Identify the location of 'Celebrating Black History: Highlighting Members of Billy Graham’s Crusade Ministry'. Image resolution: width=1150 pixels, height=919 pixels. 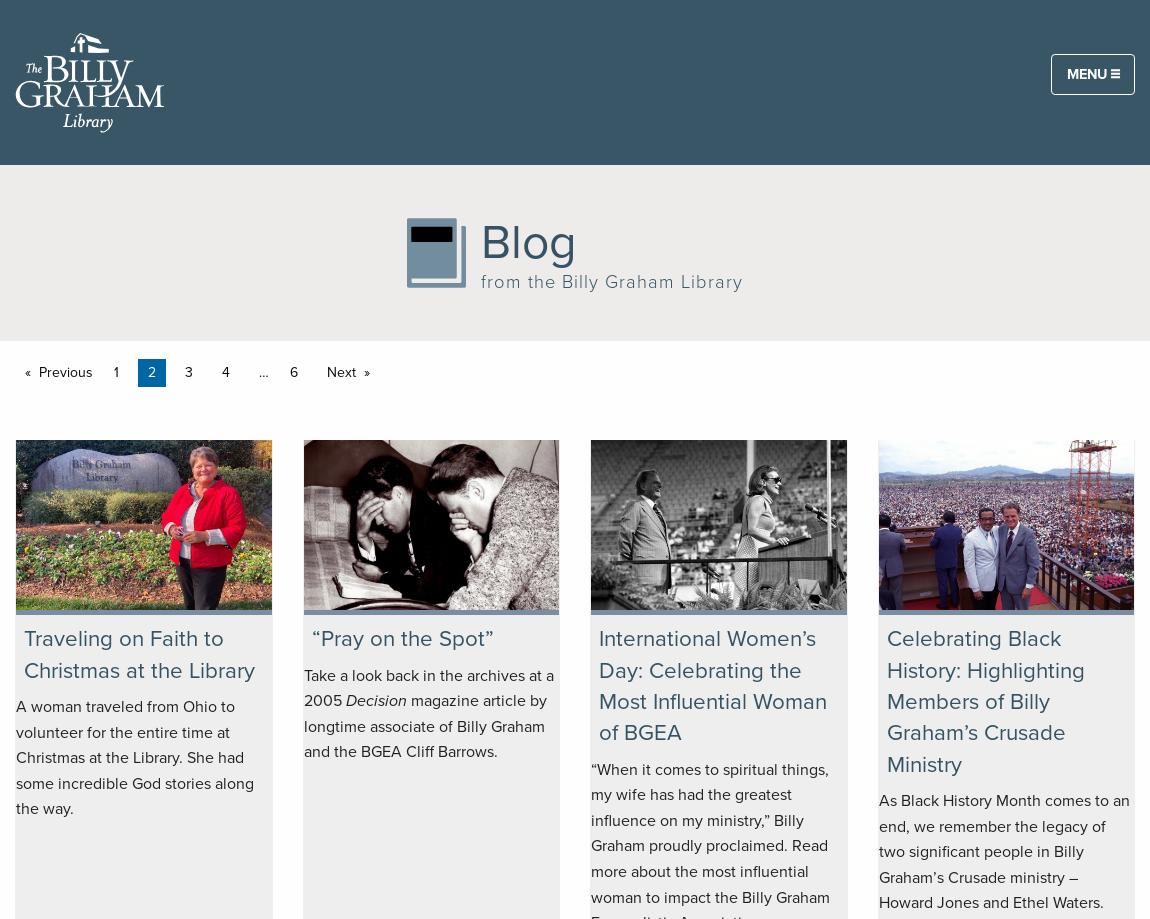
(984, 700).